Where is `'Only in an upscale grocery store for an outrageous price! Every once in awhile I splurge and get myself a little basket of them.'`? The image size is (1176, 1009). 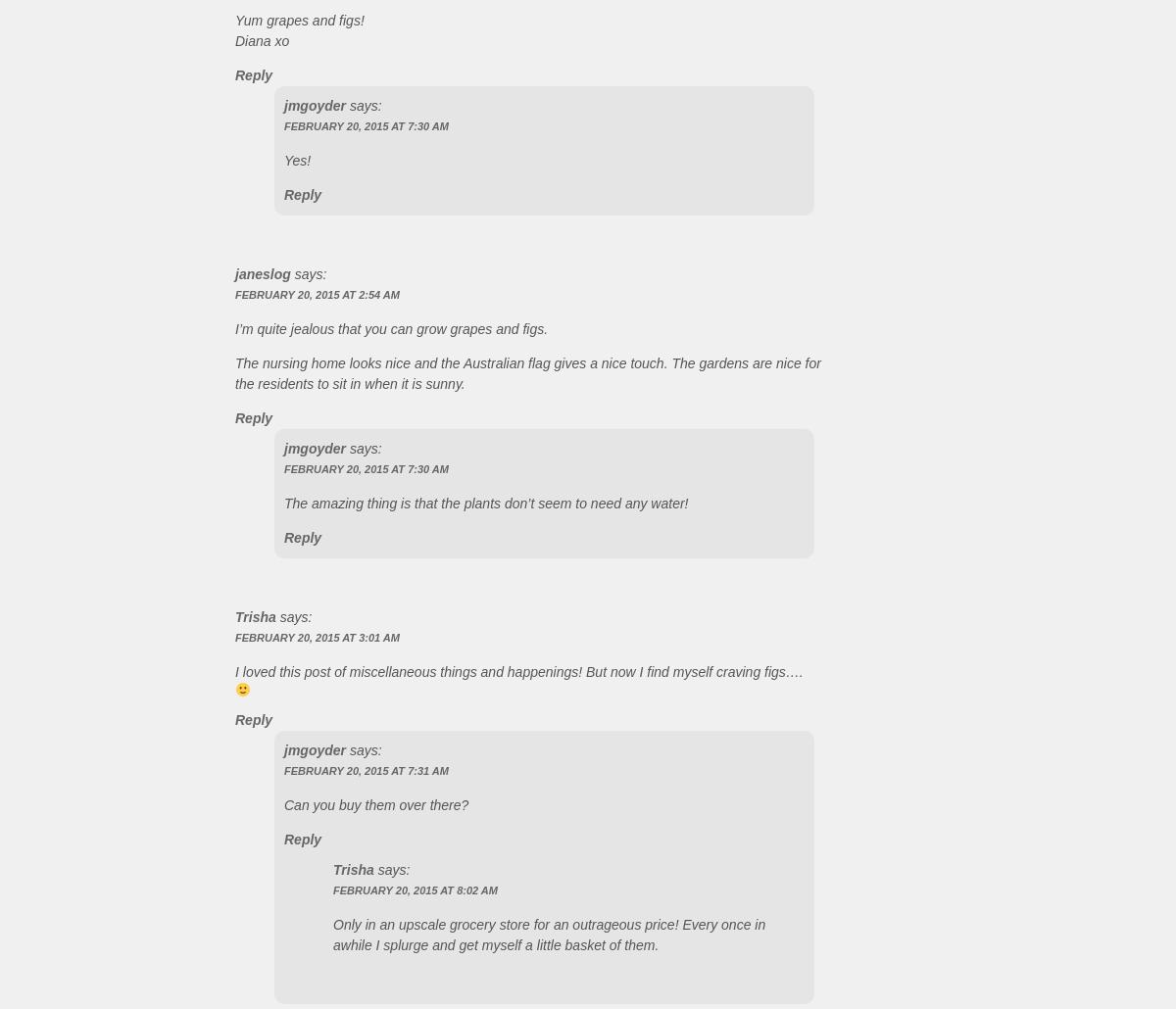 'Only in an upscale grocery store for an outrageous price! Every once in awhile I splurge and get myself a little basket of them.' is located at coordinates (548, 933).